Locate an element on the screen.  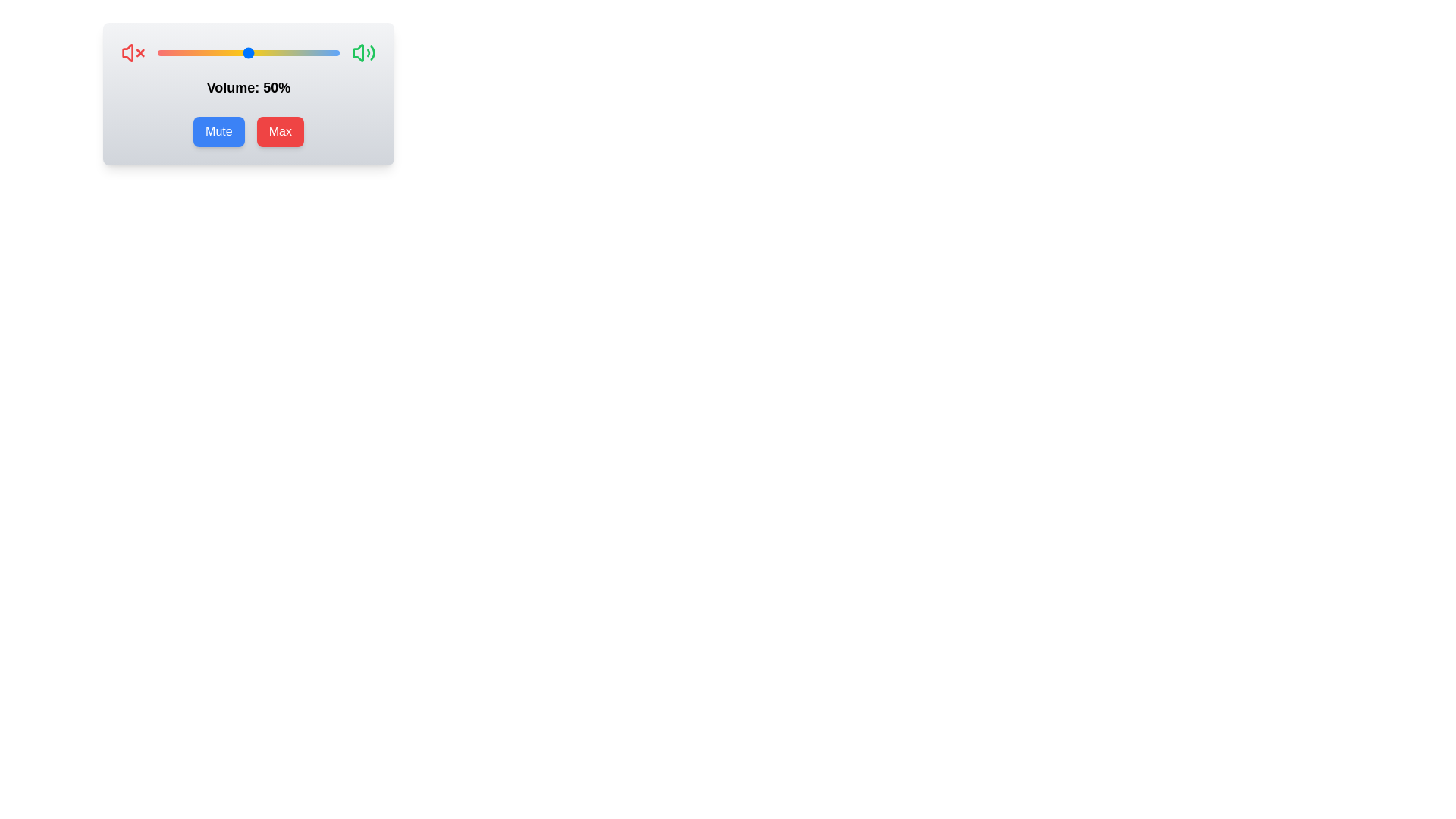
the 'Mute' button is located at coordinates (218, 130).